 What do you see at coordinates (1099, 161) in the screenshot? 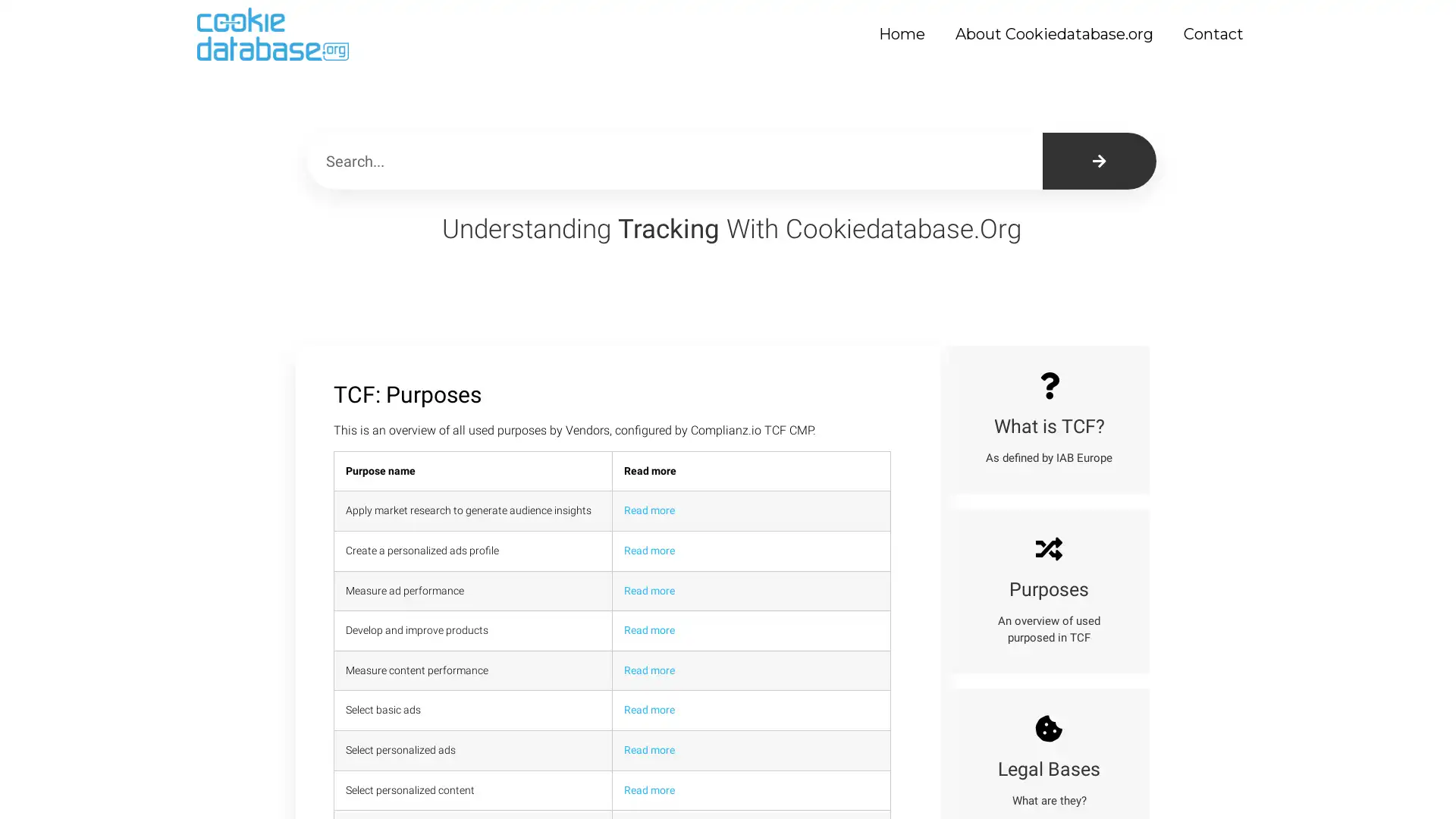
I see `Search` at bounding box center [1099, 161].